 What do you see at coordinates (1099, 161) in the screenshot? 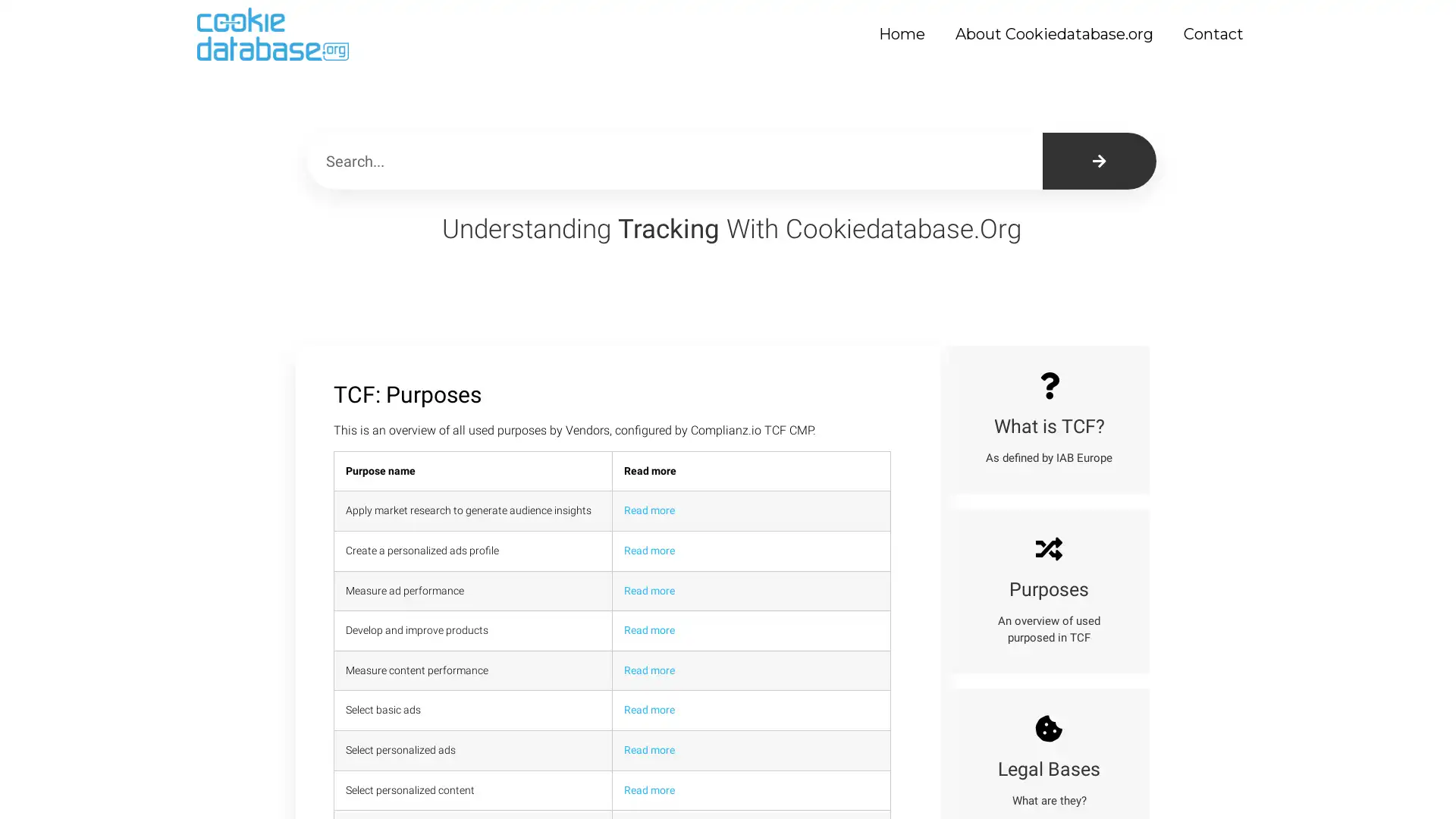
I see `Search` at bounding box center [1099, 161].